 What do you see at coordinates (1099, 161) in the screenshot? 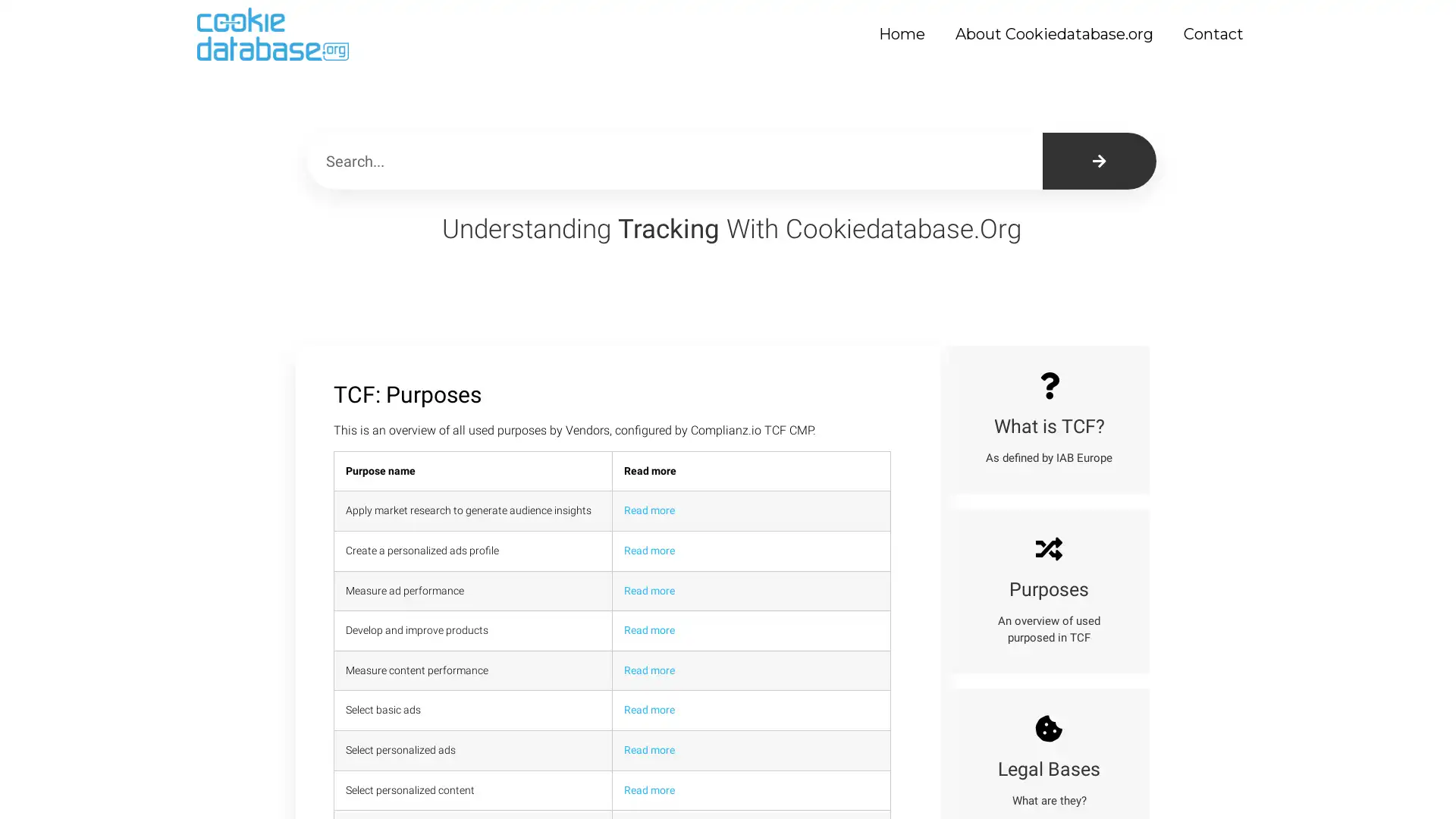
I see `Search` at bounding box center [1099, 161].